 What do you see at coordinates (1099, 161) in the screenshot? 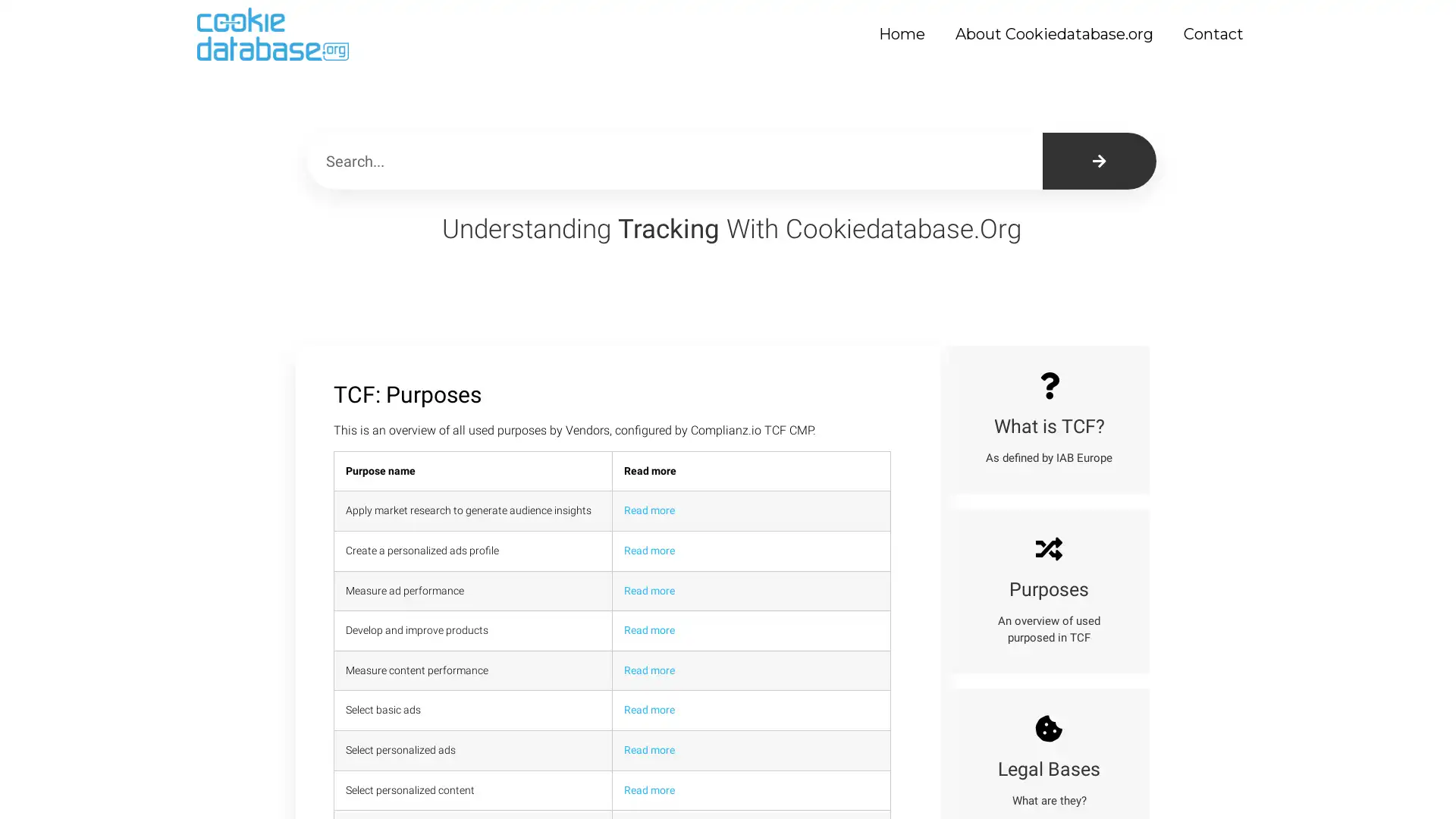
I see `Search` at bounding box center [1099, 161].